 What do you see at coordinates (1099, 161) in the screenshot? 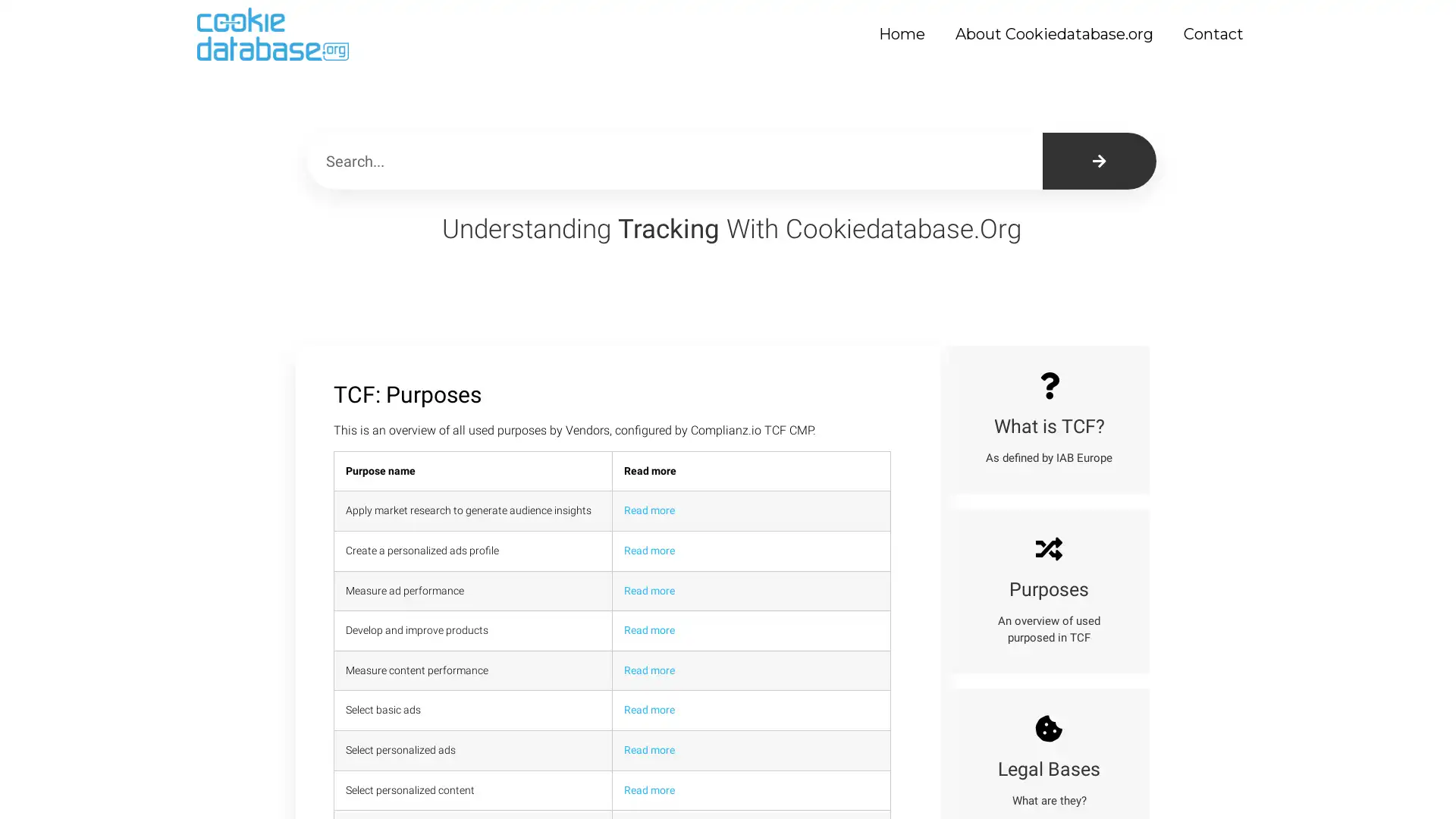
I see `Search` at bounding box center [1099, 161].